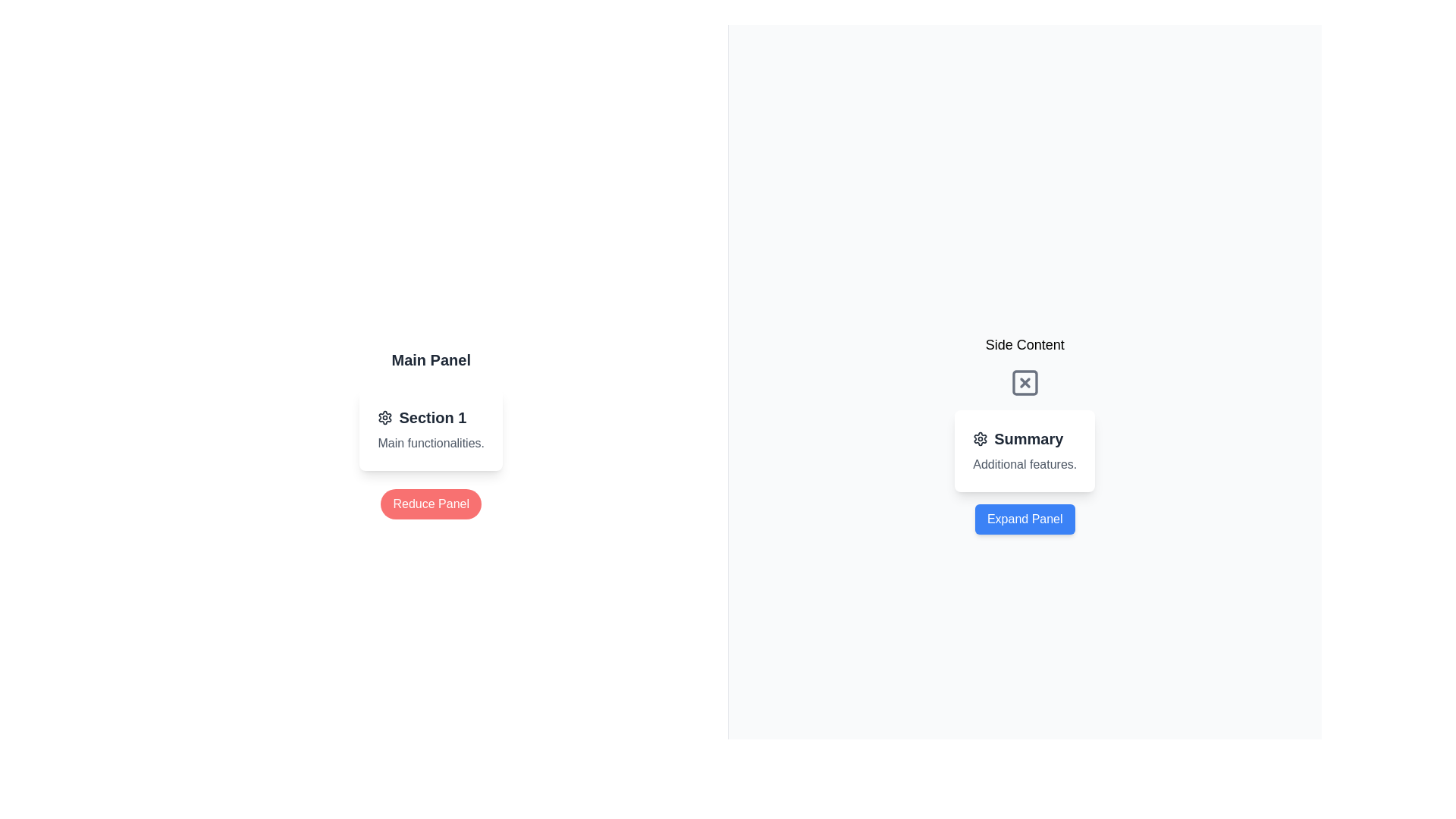 Image resolution: width=1456 pixels, height=819 pixels. I want to click on the informational card that summarizes additional features, positioned in the center area of the right panel, below the heading 'Side Content', so click(1025, 450).